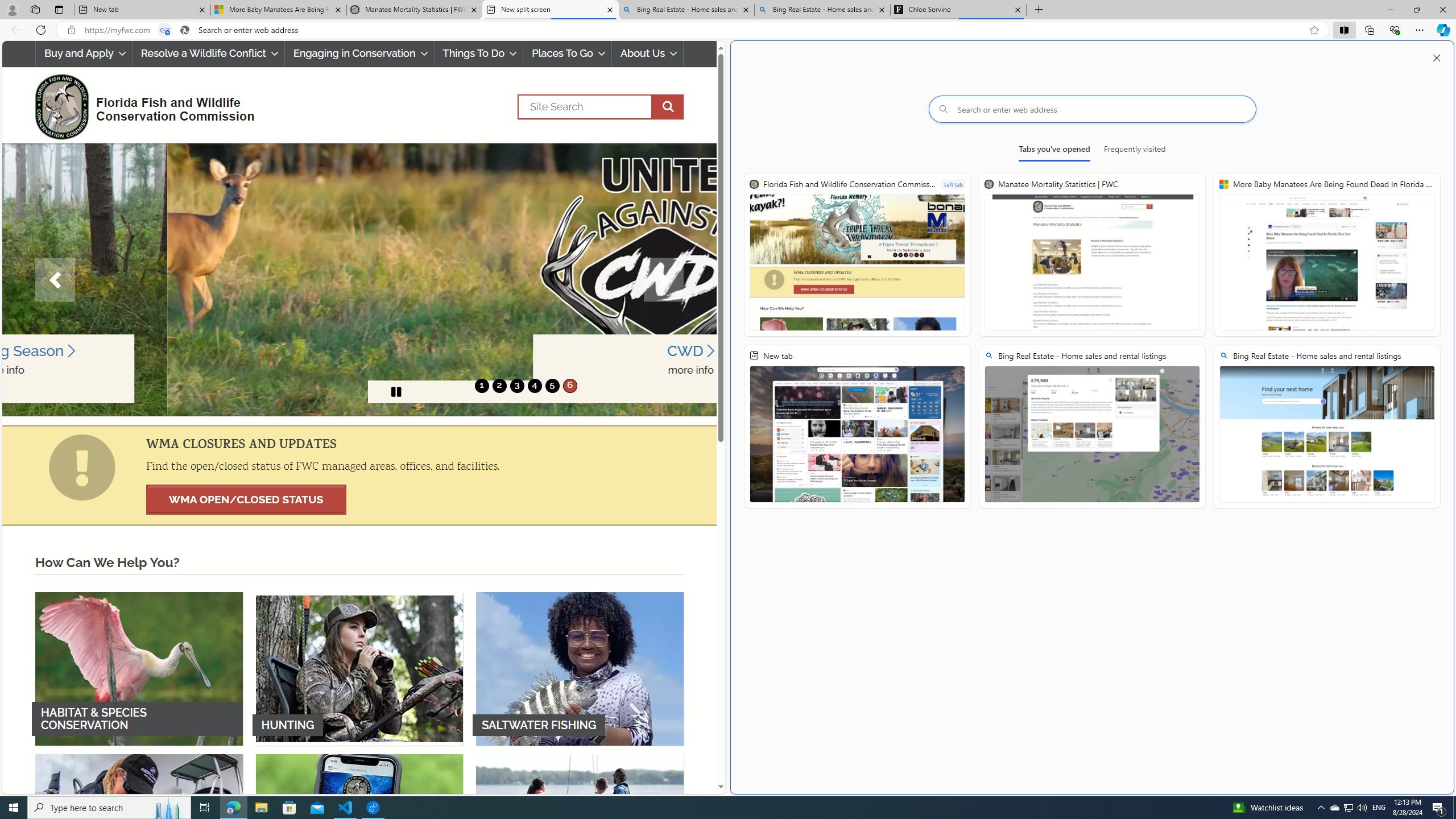 The height and width of the screenshot is (819, 1456). What do you see at coordinates (1054, 151) in the screenshot?
I see `'Tabs you'` at bounding box center [1054, 151].